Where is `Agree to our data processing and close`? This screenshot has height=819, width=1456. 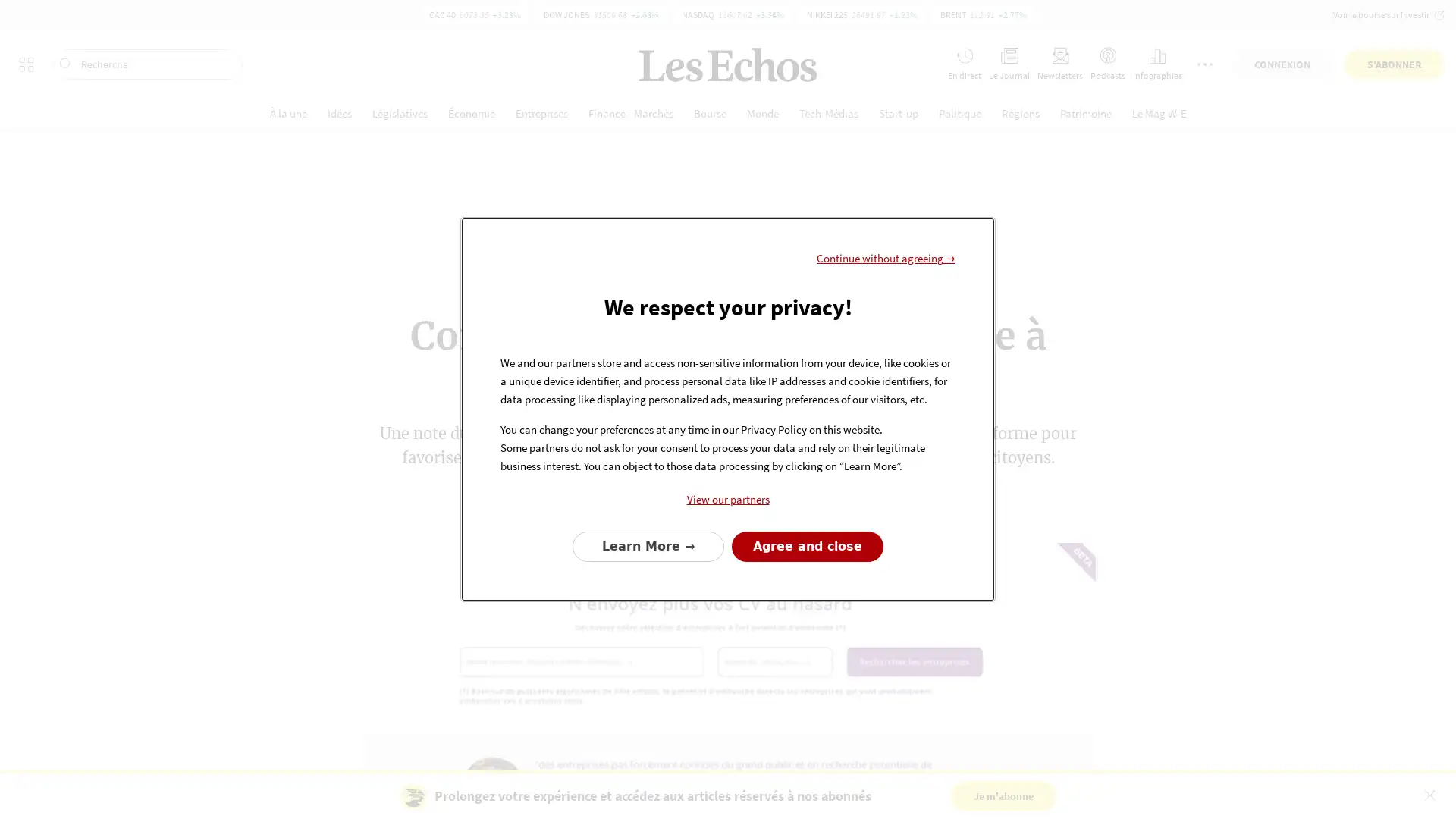
Agree to our data processing and close is located at coordinates (807, 546).